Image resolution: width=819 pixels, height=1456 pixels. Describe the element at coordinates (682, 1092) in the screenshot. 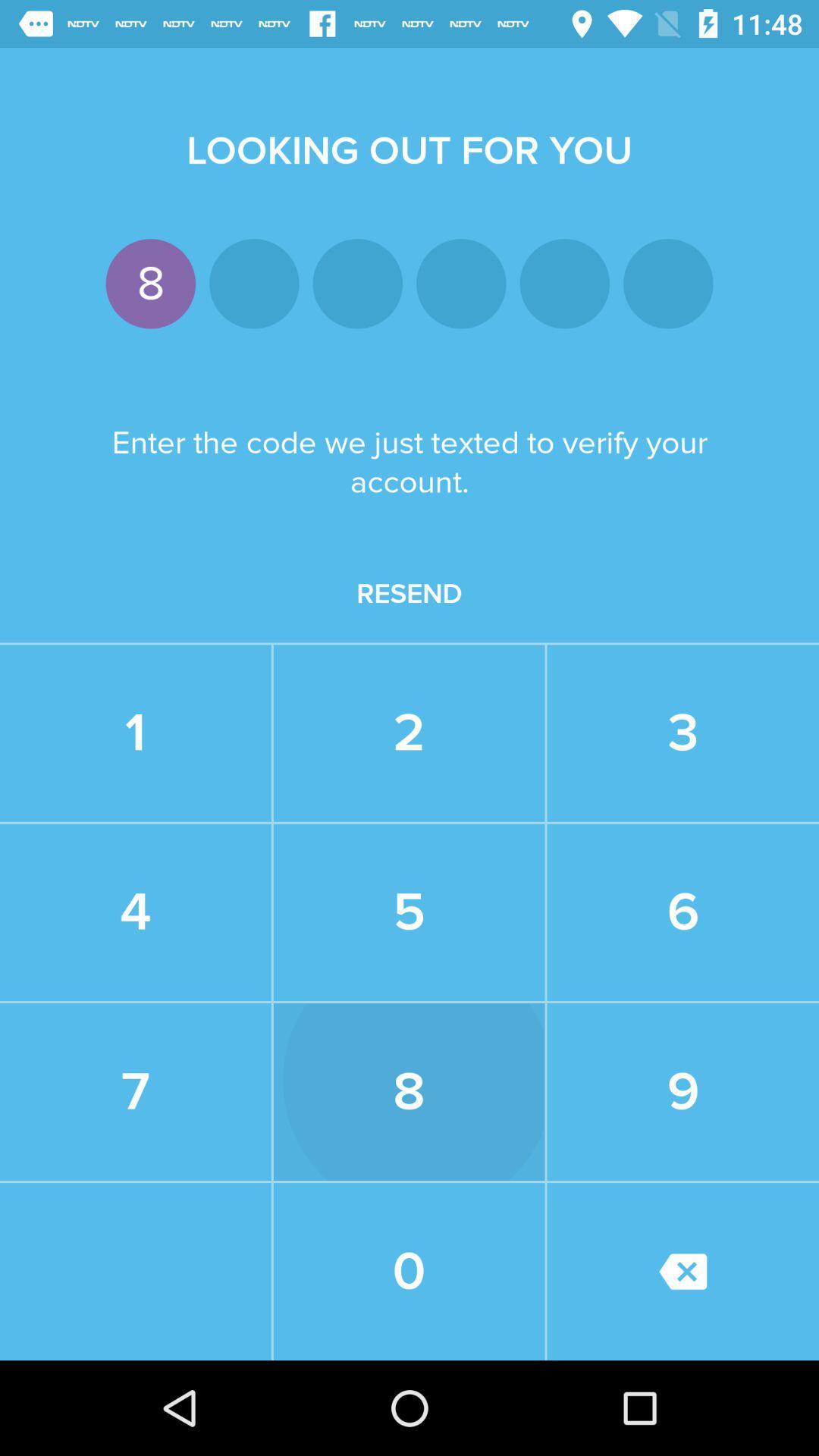

I see `the 9` at that location.